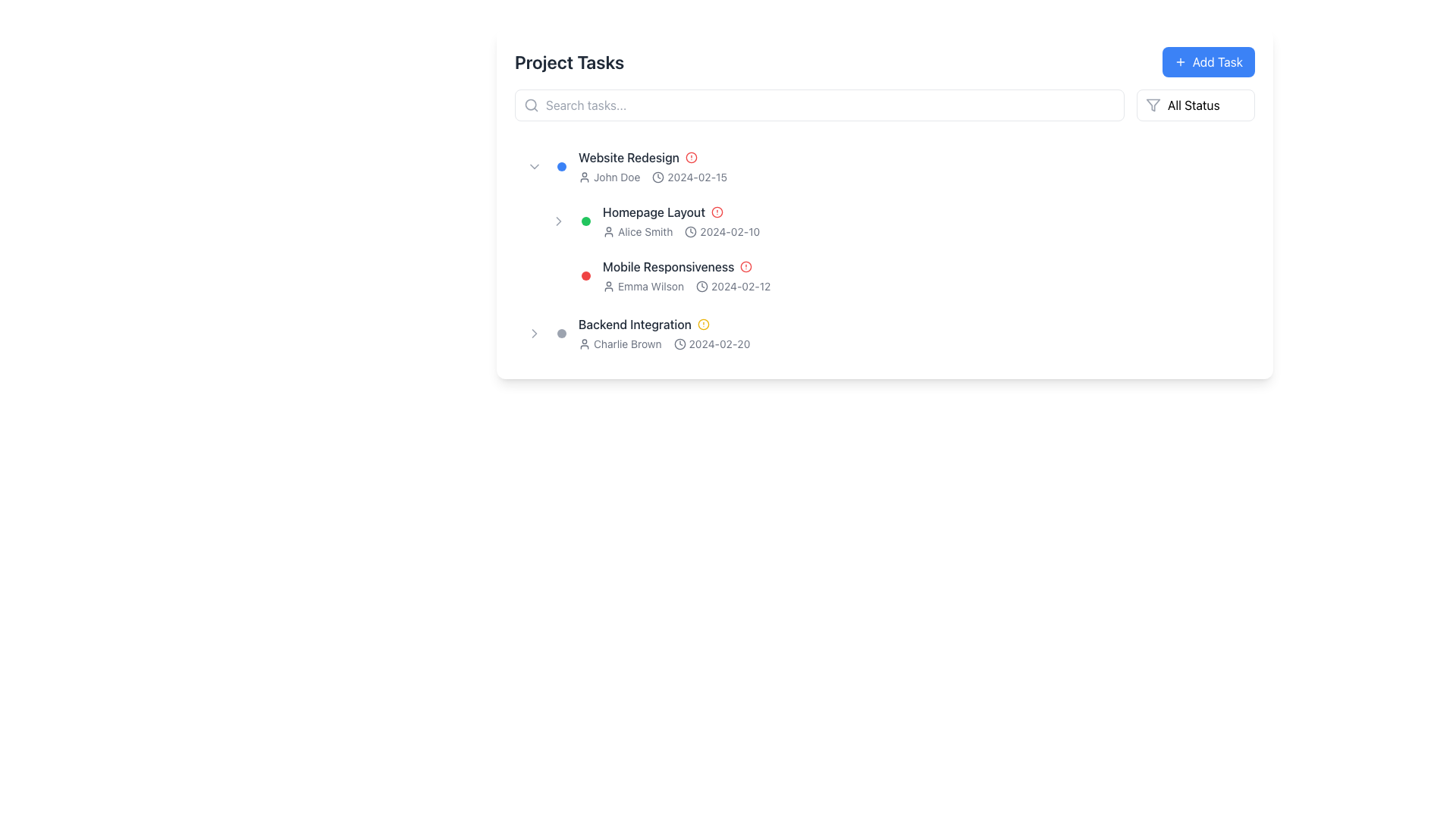 The width and height of the screenshot is (1456, 819). Describe the element at coordinates (884, 104) in the screenshot. I see `the dropdown menu located in the Combined search bar and dropdown filter below the 'Add Task' button in the 'Project Tasks' section` at that location.